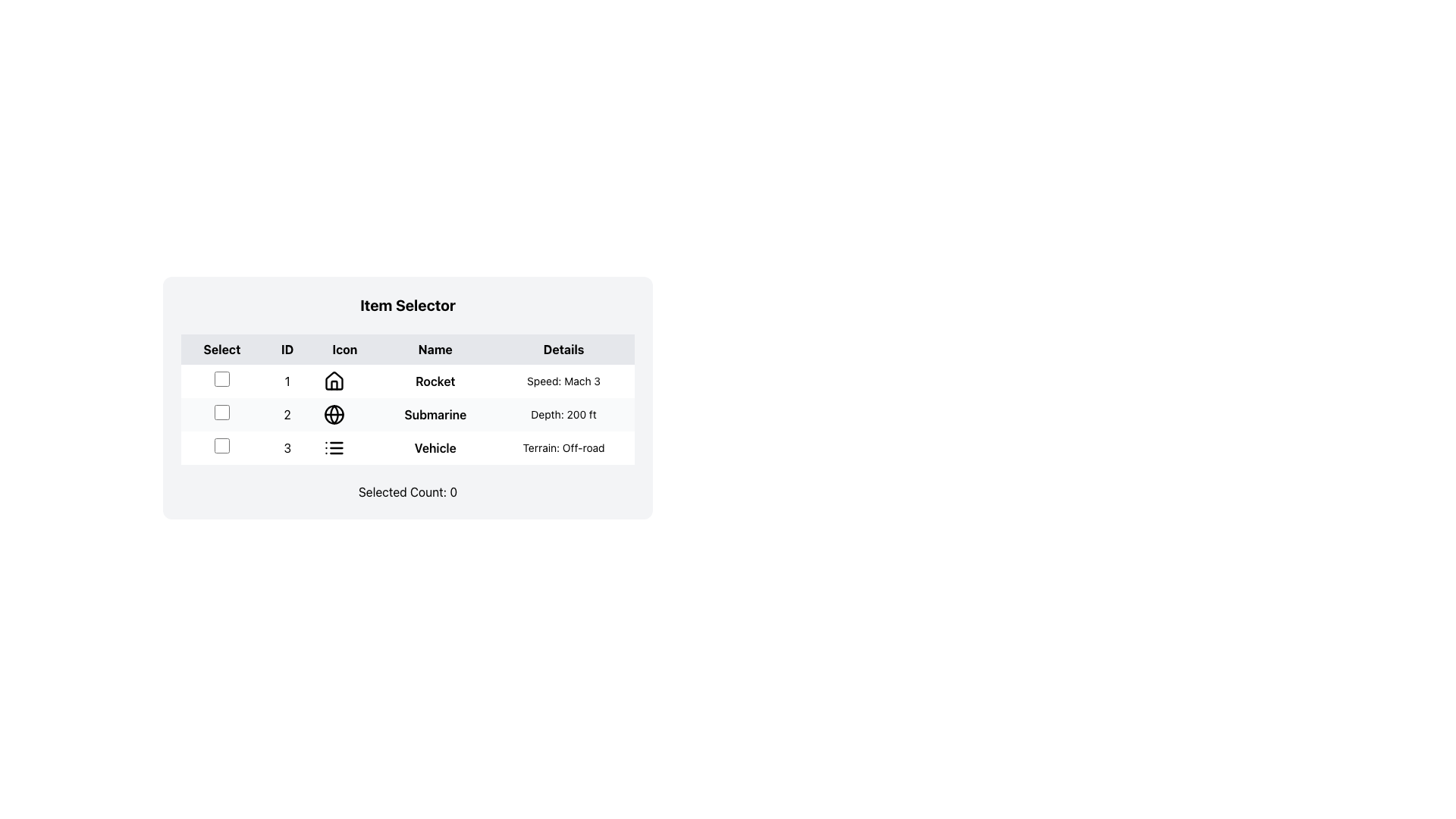 This screenshot has width=1456, height=819. I want to click on the second table row containing 'Rocket', 'Submarine', and 'Vehicle' to select it, so click(407, 415).